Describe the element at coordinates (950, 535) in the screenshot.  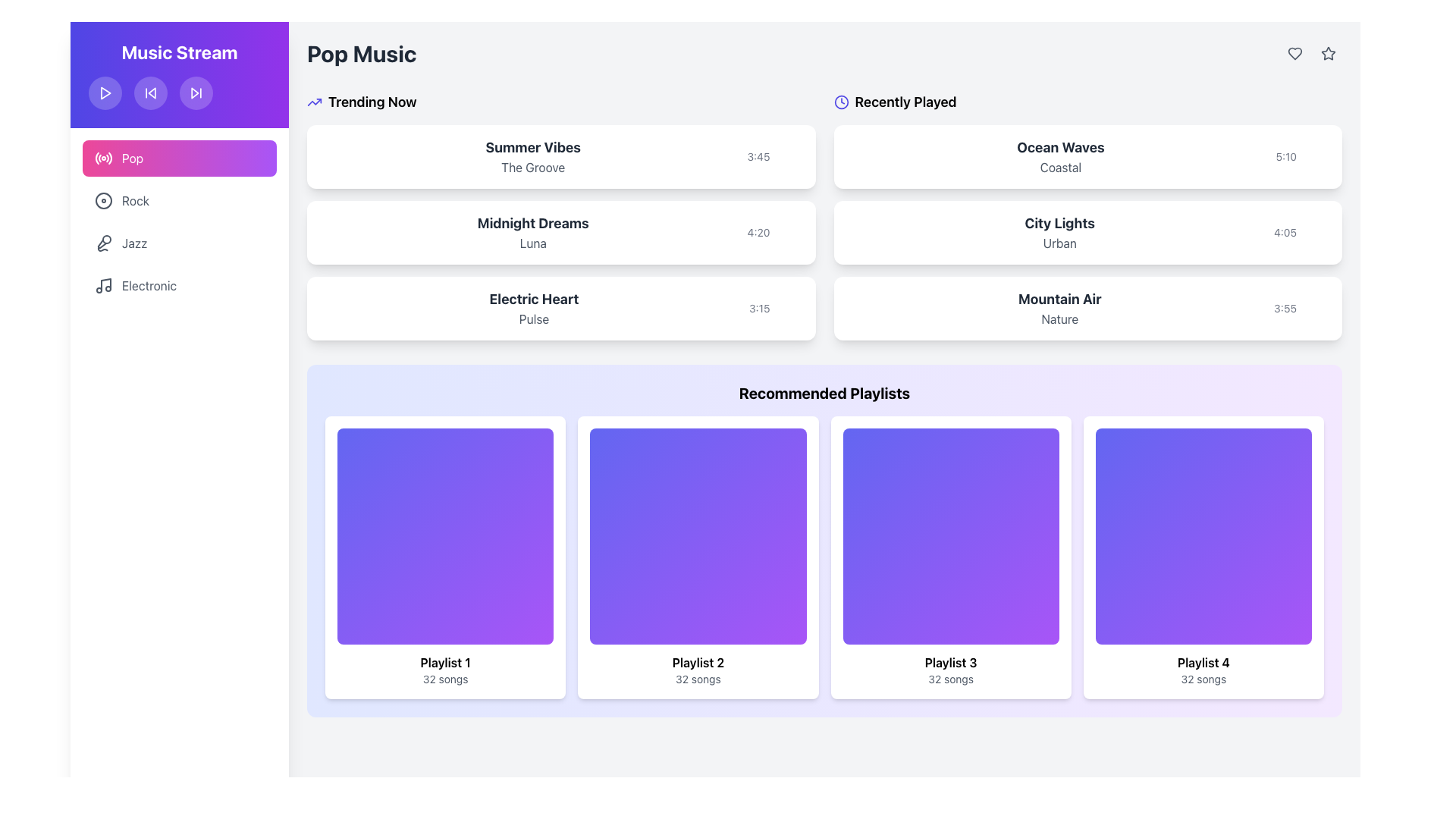
I see `the Decorative gradient tile representing 'Playlist 3' in the 'Recommended Playlists' section` at that location.